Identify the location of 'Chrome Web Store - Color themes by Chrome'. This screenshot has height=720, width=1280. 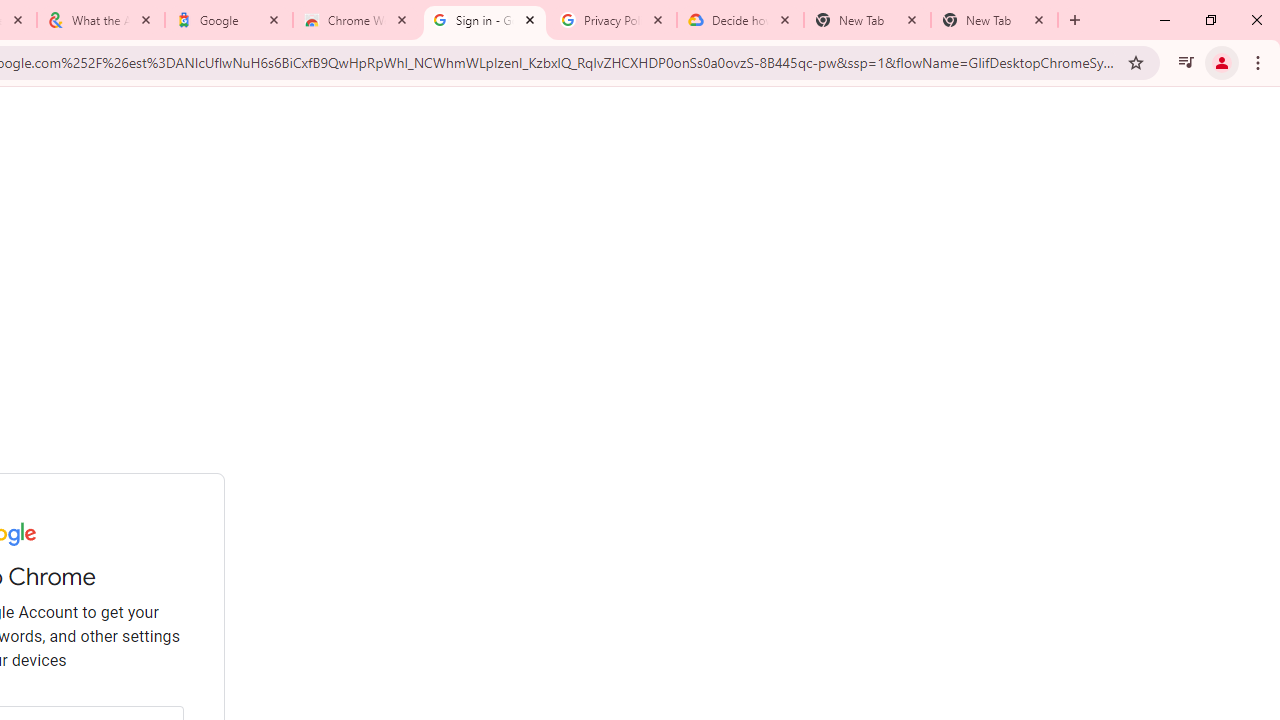
(357, 20).